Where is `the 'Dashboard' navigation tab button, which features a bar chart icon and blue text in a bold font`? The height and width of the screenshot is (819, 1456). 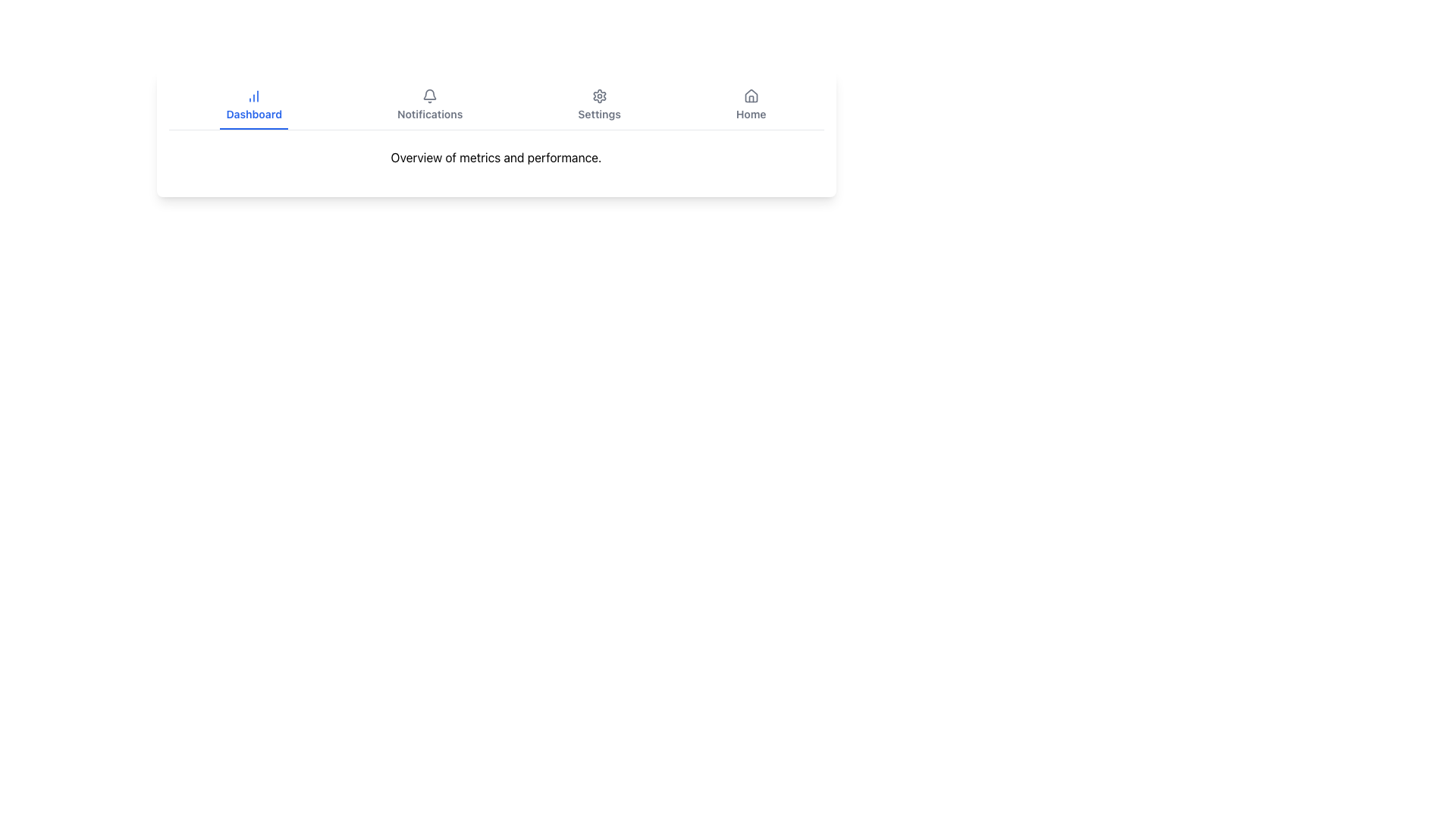
the 'Dashboard' navigation tab button, which features a bar chart icon and blue text in a bold font is located at coordinates (254, 105).